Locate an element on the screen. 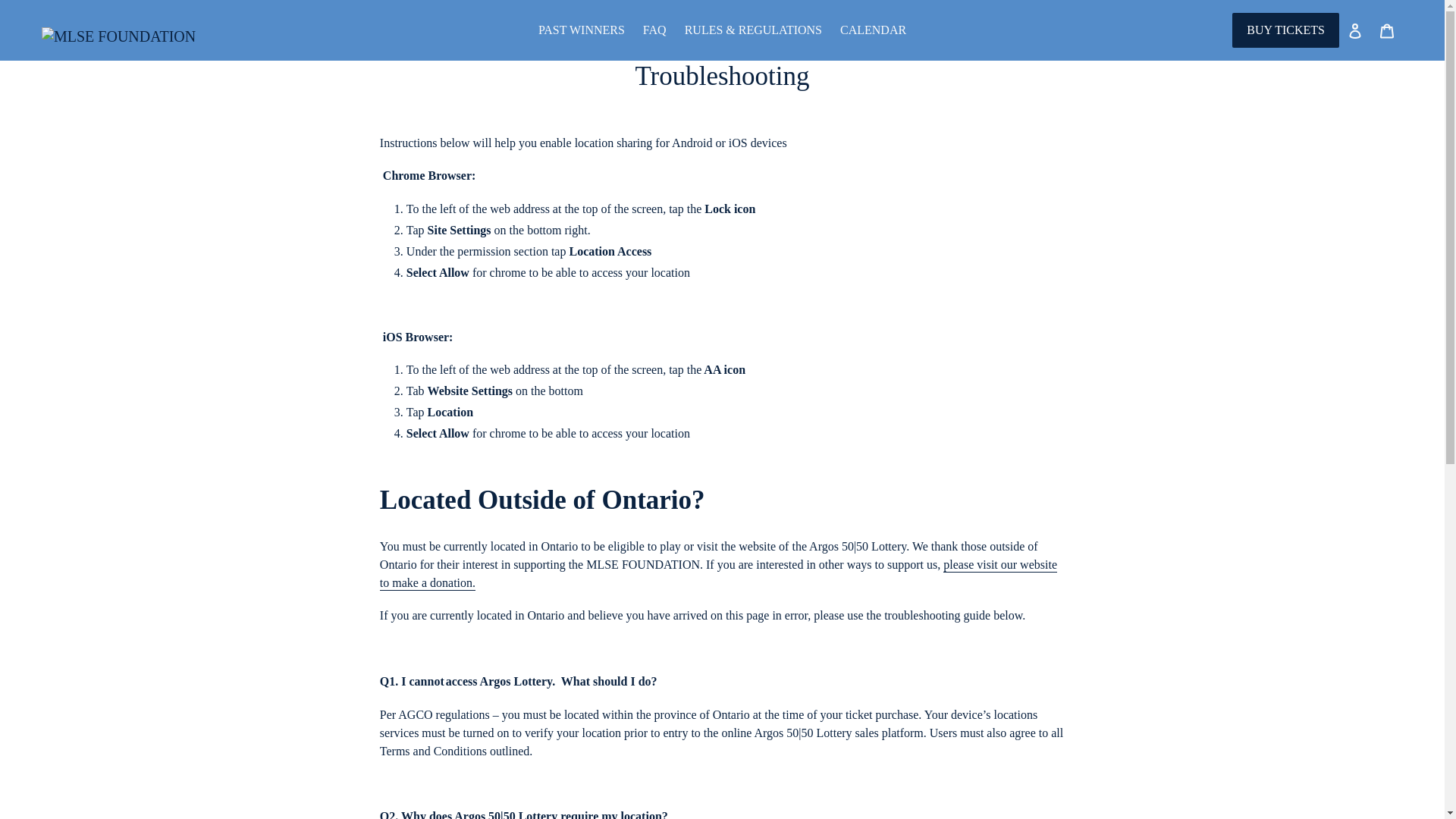  'FAQ' is located at coordinates (654, 30).